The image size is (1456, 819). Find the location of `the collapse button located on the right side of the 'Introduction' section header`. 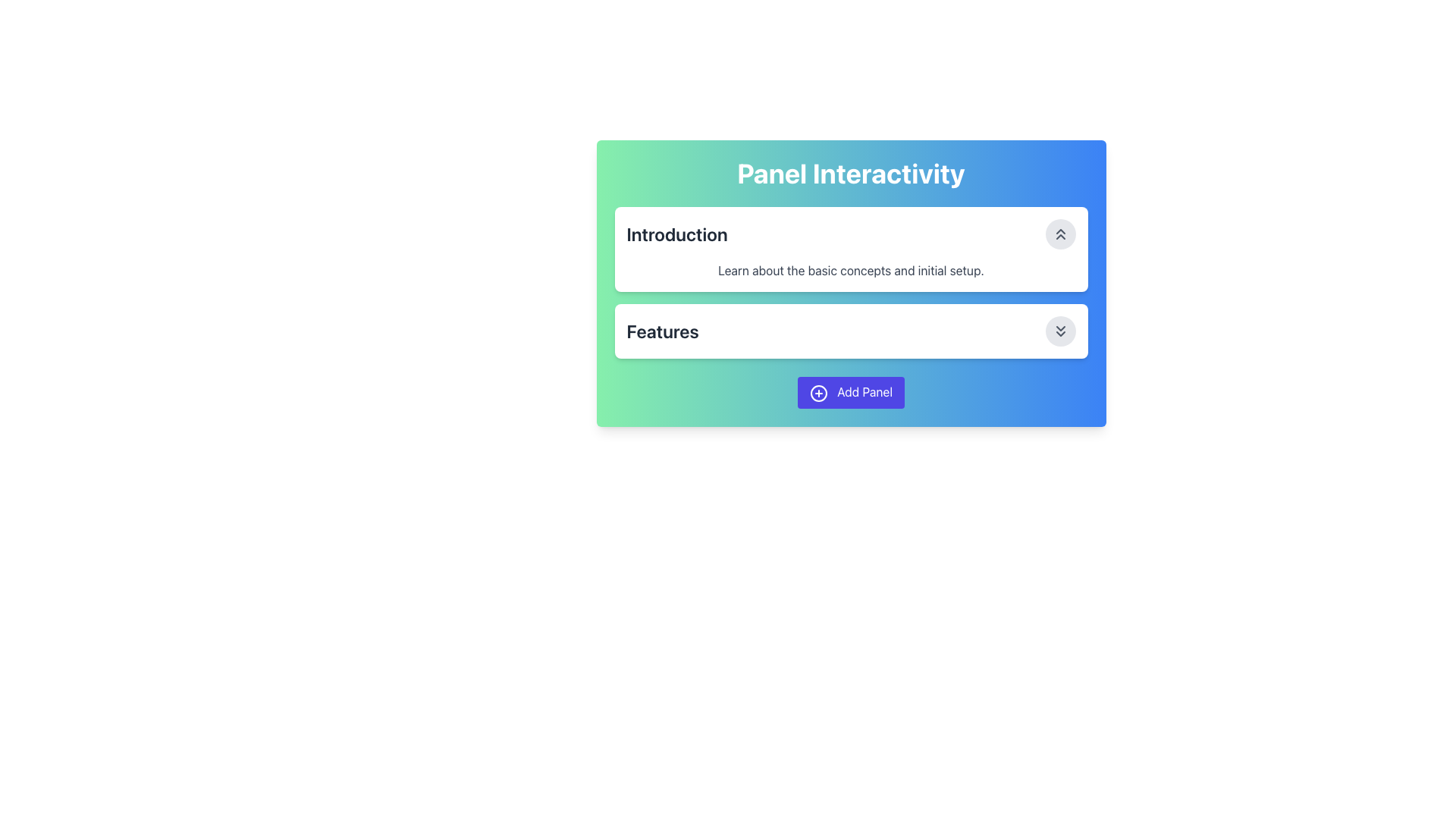

the collapse button located on the right side of the 'Introduction' section header is located at coordinates (1059, 234).